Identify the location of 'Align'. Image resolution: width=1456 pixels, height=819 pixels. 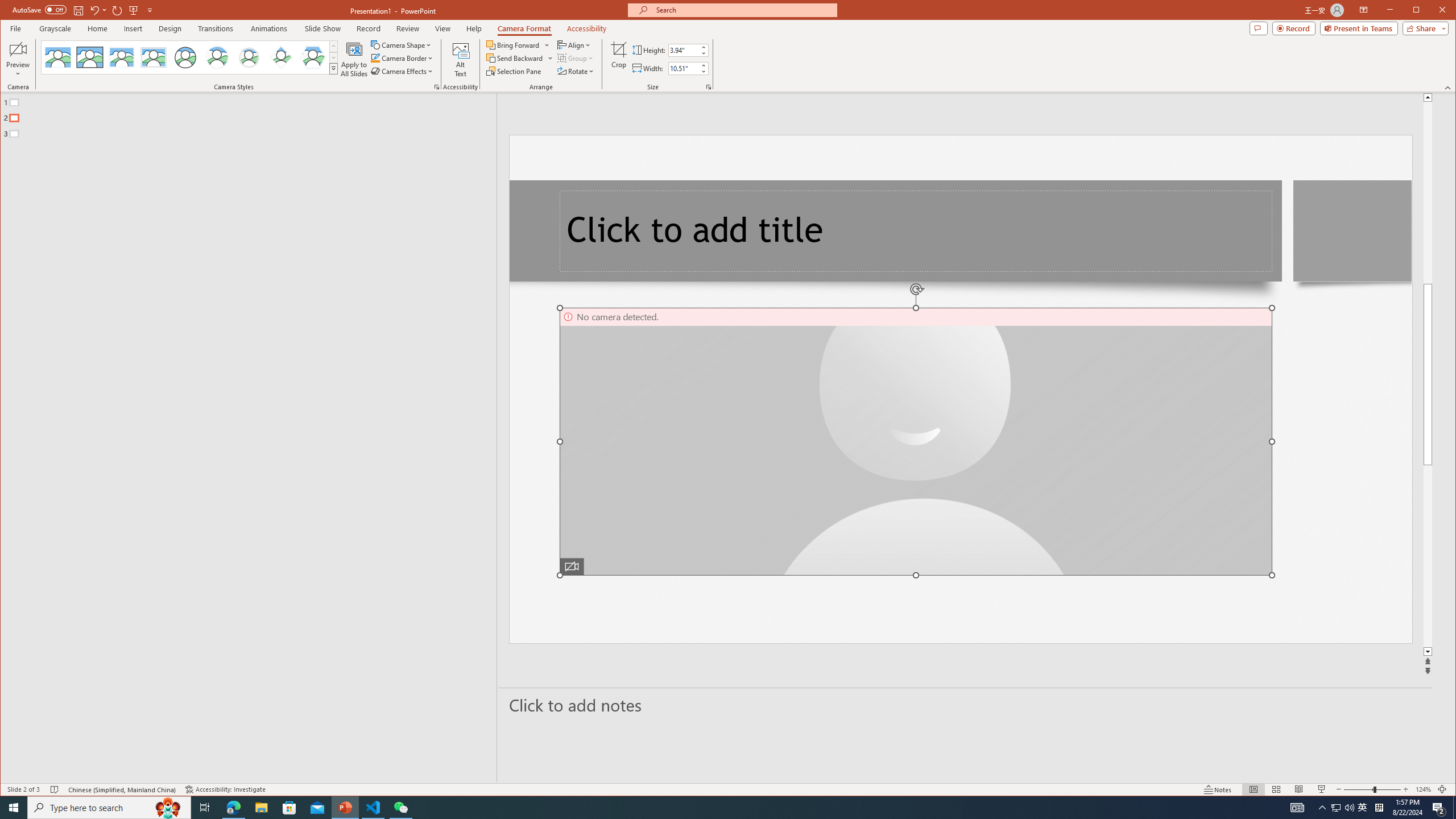
(574, 44).